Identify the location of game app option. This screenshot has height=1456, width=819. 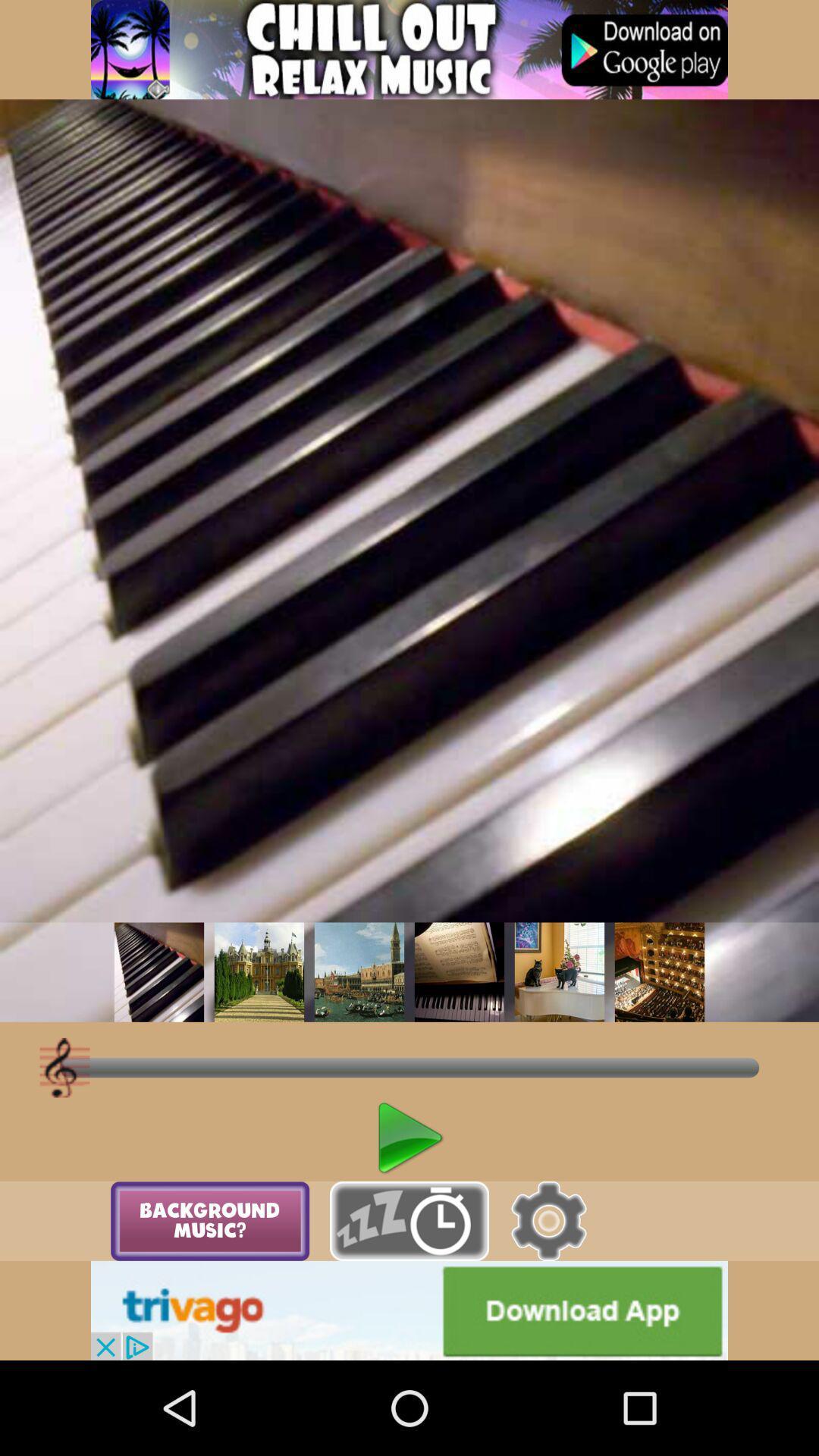
(409, 49).